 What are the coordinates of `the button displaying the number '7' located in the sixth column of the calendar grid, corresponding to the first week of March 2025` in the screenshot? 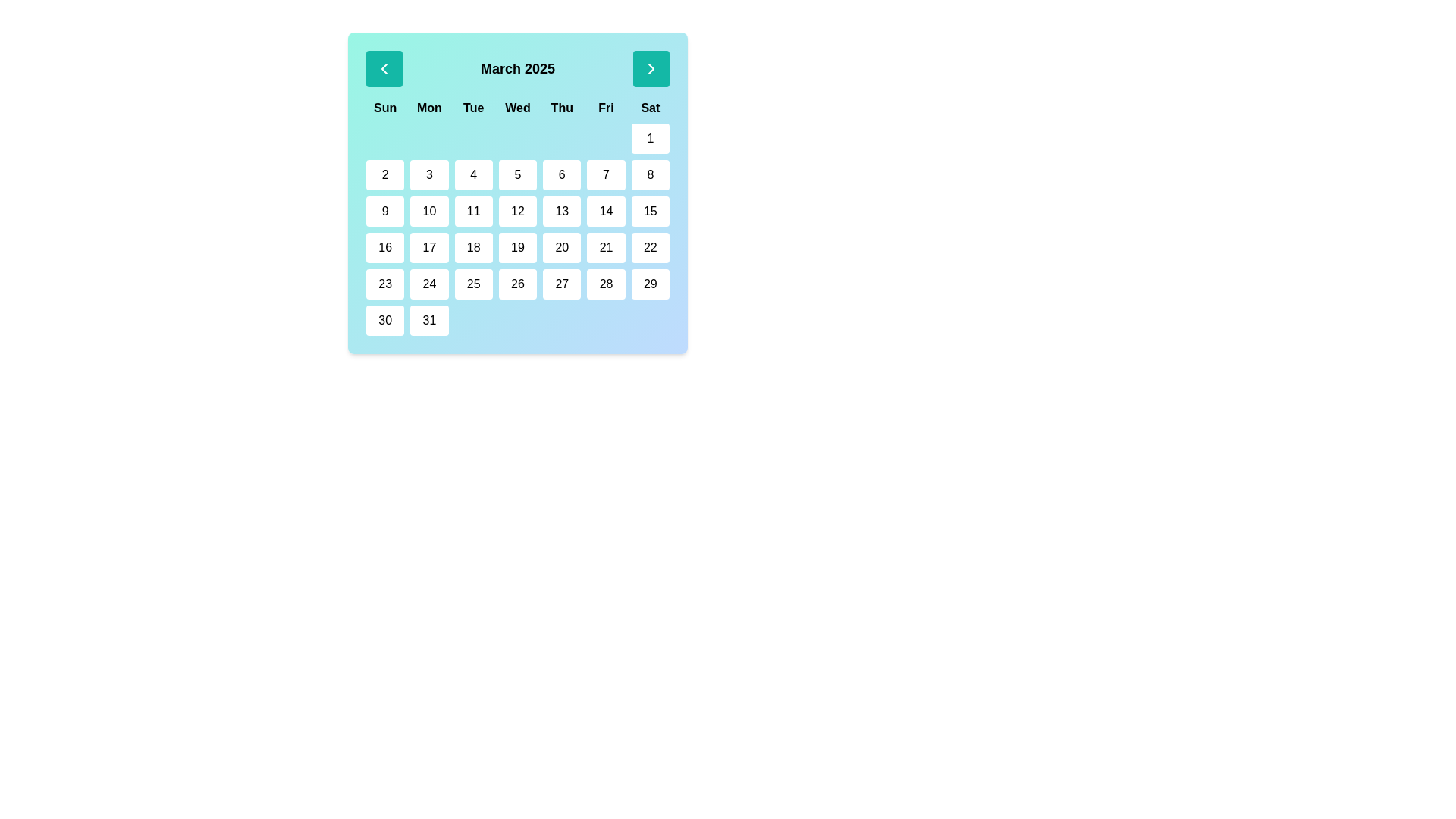 It's located at (605, 174).